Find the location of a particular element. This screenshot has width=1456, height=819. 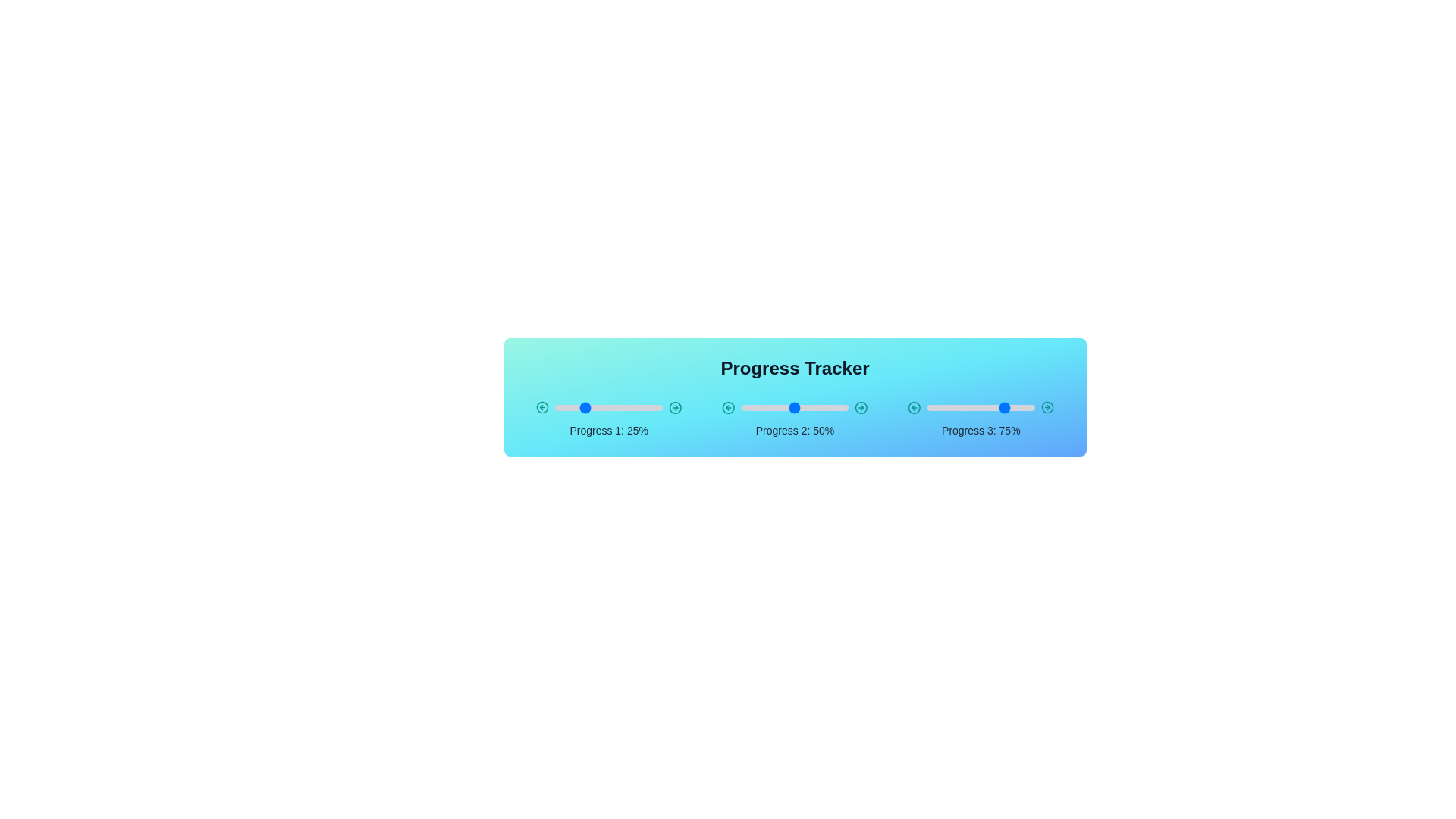

the right arrow of the slider for Progress 1 is located at coordinates (674, 406).